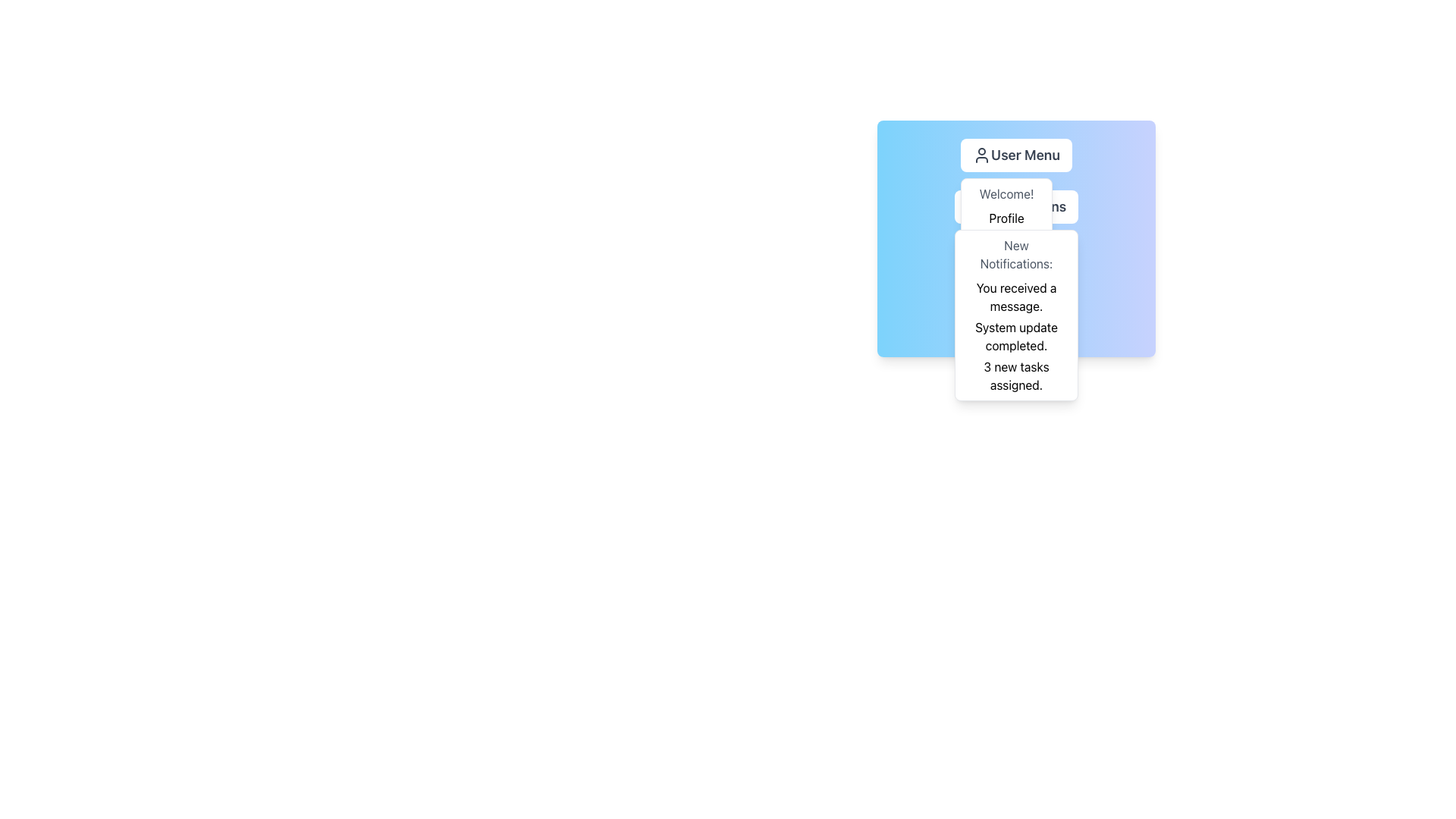  What do you see at coordinates (1016, 335) in the screenshot?
I see `the static text displaying 'System update completed.' which is the second item in the notifications list` at bounding box center [1016, 335].